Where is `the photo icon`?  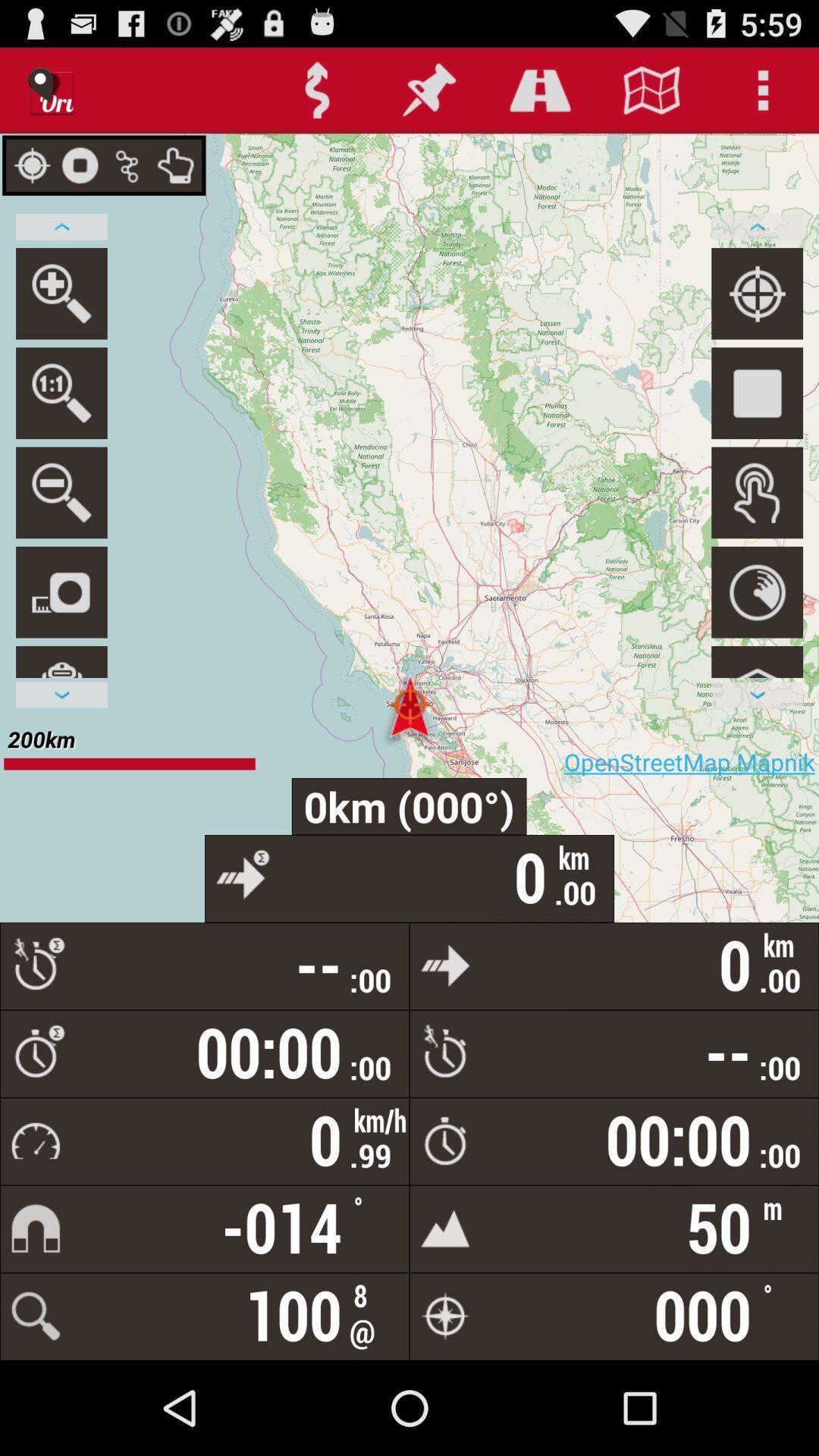 the photo icon is located at coordinates (61, 633).